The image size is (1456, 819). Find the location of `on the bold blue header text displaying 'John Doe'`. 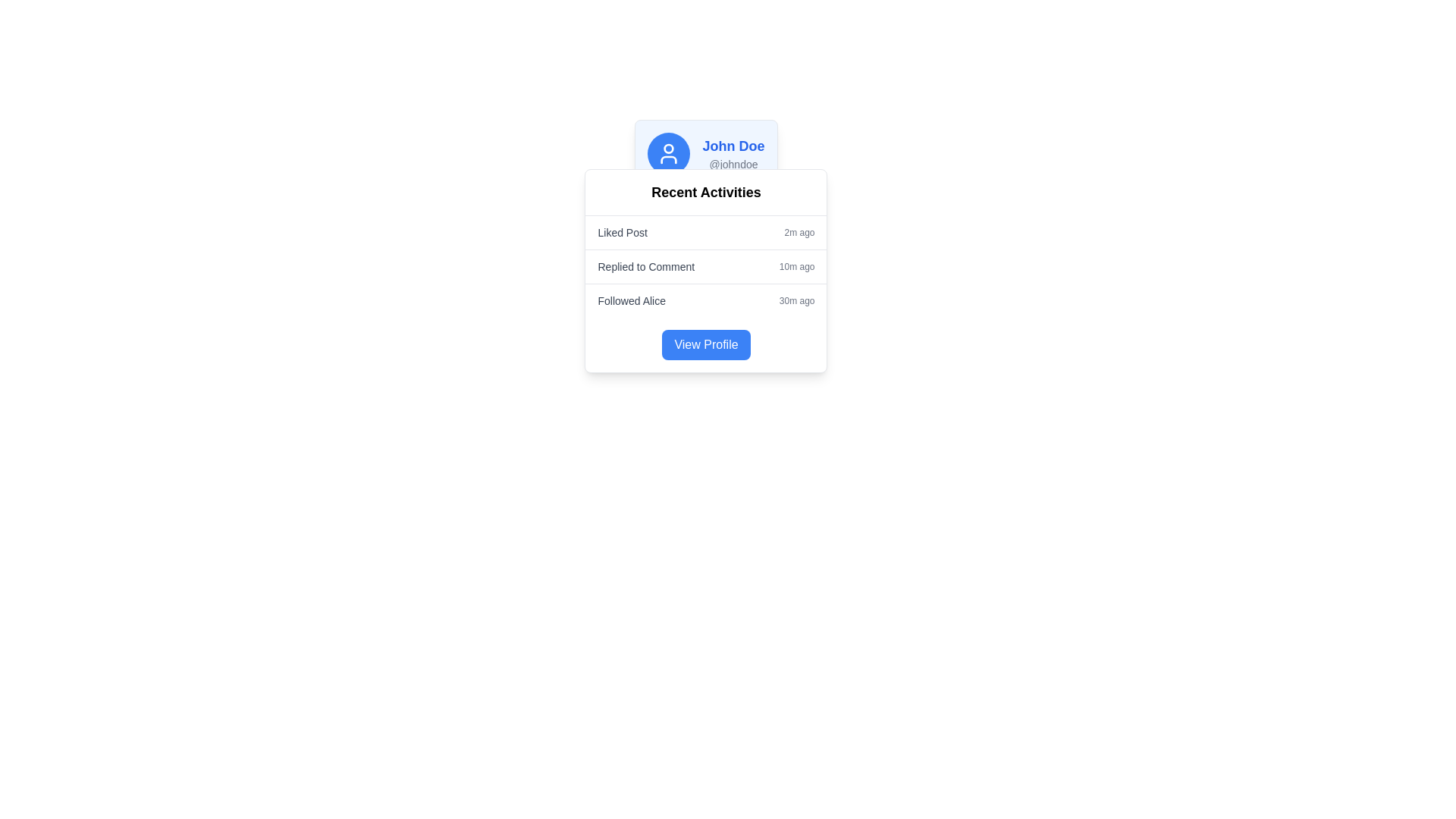

on the bold blue header text displaying 'John Doe' is located at coordinates (733, 146).